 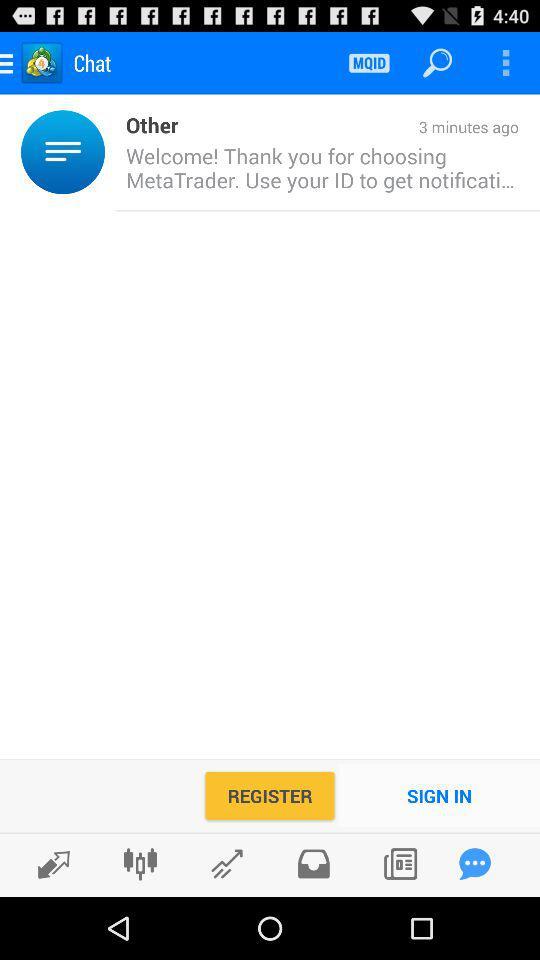 I want to click on share the article, so click(x=313, y=863).